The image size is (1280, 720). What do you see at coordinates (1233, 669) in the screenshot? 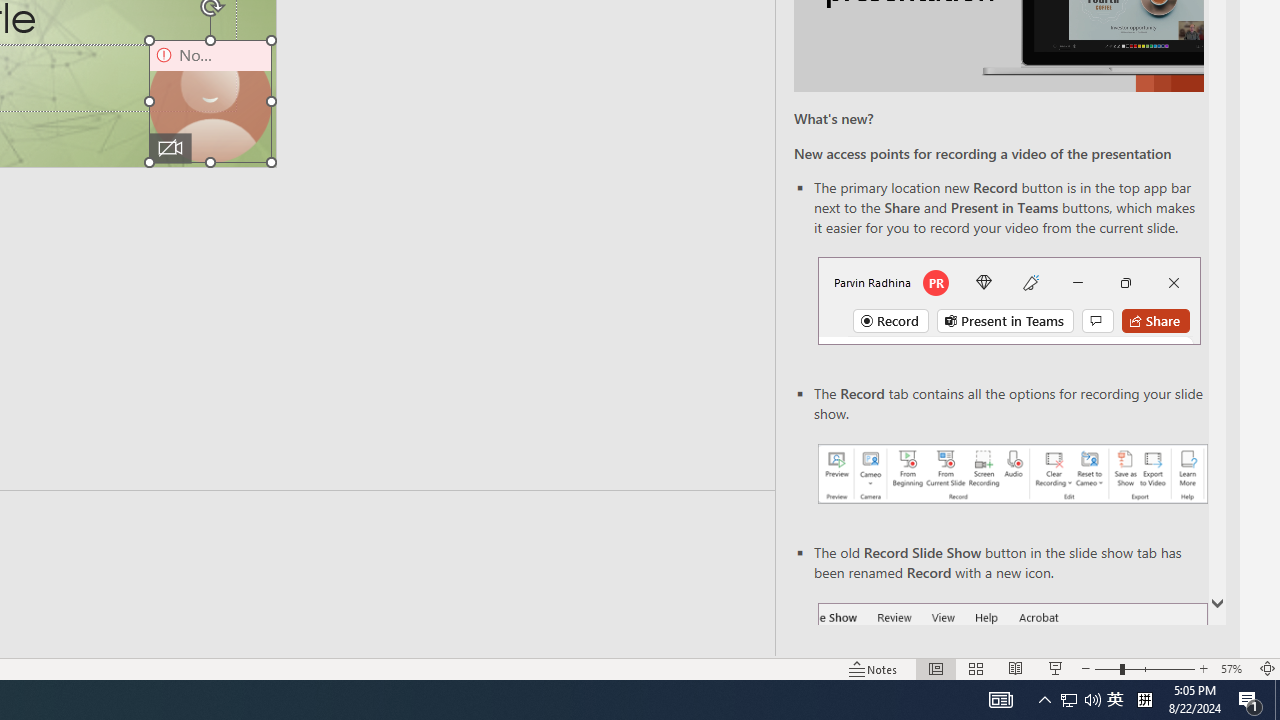
I see `'Zoom 57%'` at bounding box center [1233, 669].